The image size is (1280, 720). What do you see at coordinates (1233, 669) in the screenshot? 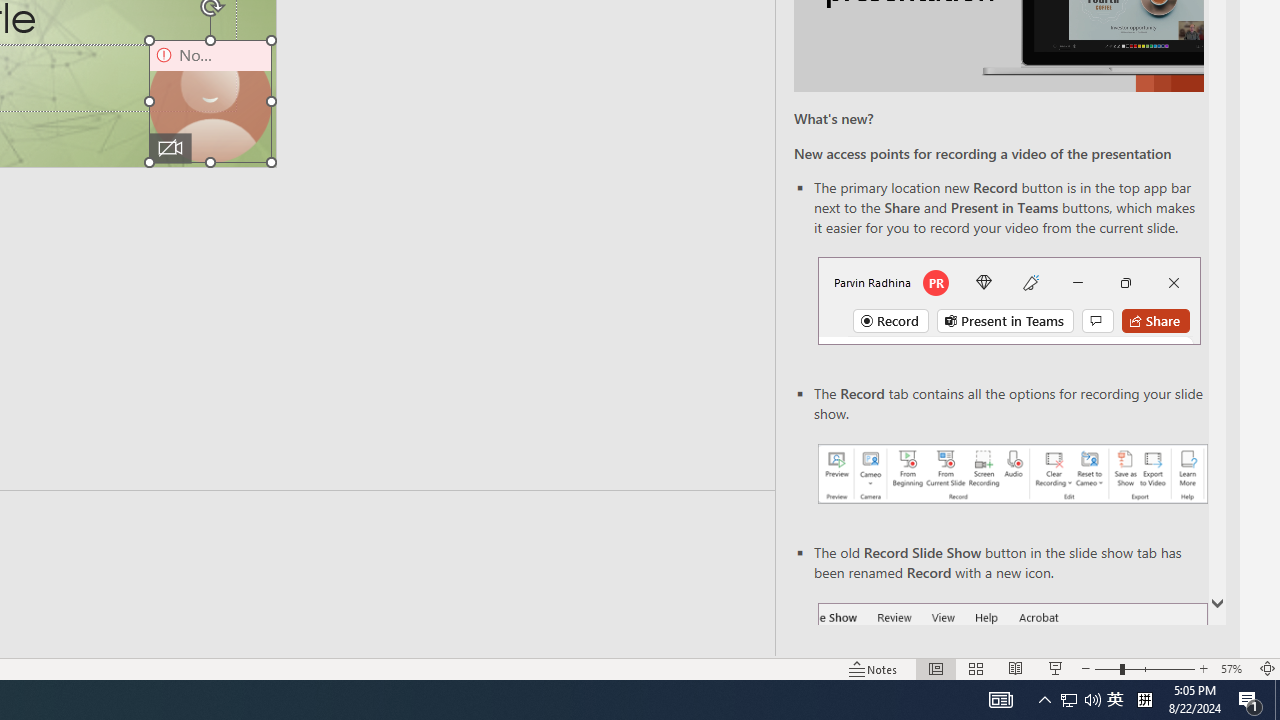
I see `'Zoom 57%'` at bounding box center [1233, 669].